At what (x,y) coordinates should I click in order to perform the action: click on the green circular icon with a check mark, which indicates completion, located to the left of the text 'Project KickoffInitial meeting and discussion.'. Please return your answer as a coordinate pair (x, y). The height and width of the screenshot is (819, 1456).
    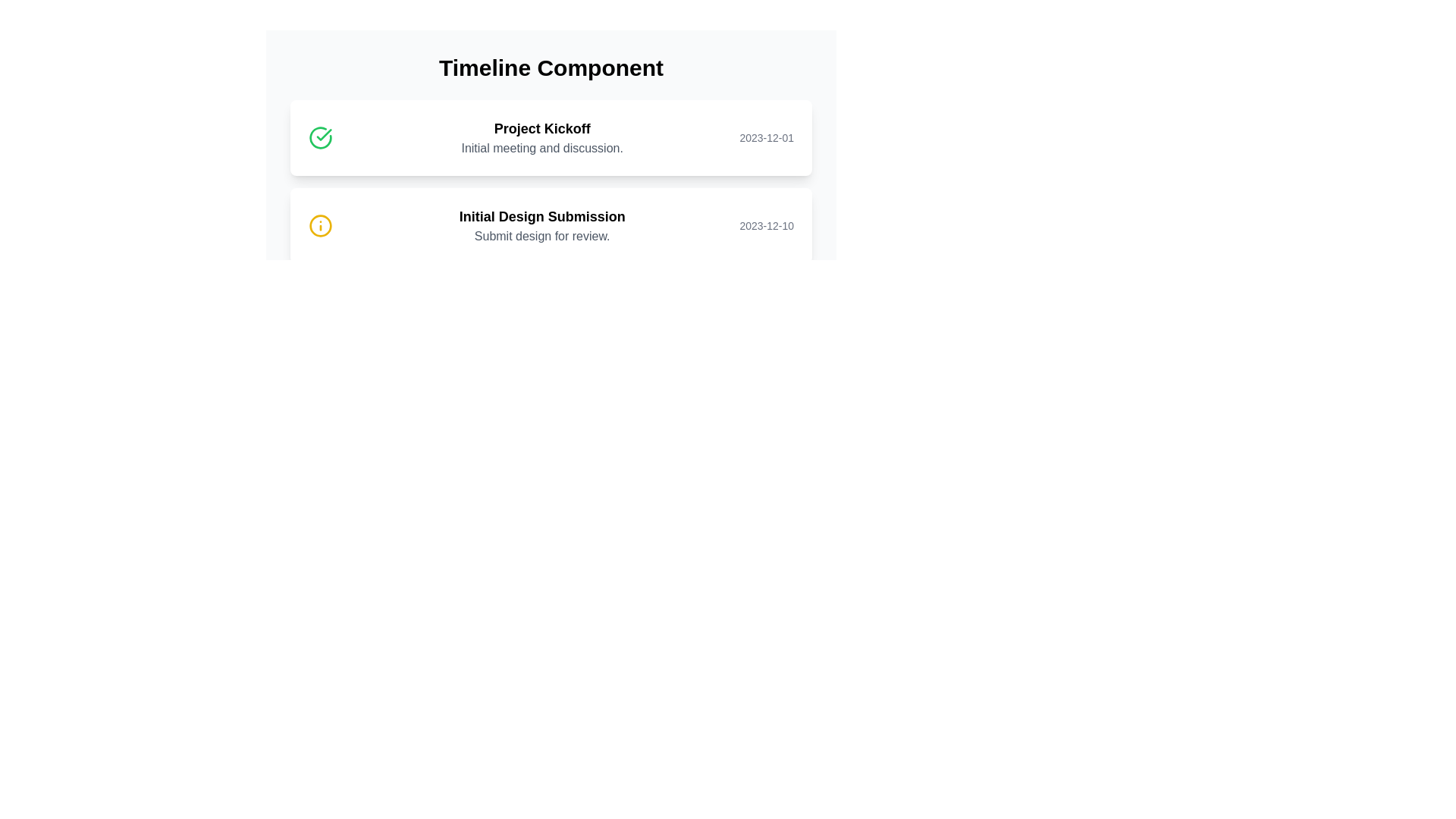
    Looking at the image, I should click on (319, 137).